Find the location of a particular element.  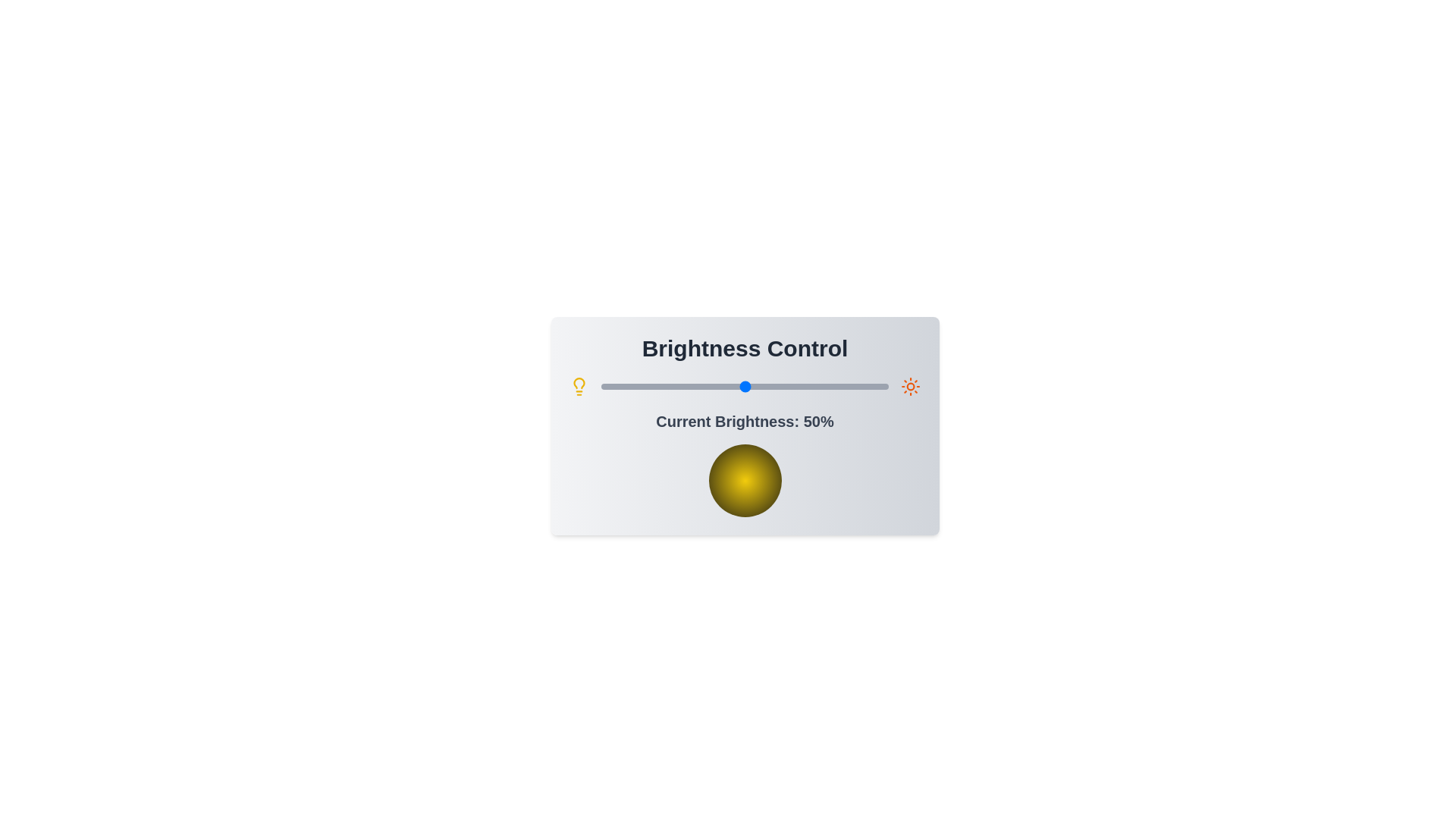

the lightbulb icon is located at coordinates (578, 385).